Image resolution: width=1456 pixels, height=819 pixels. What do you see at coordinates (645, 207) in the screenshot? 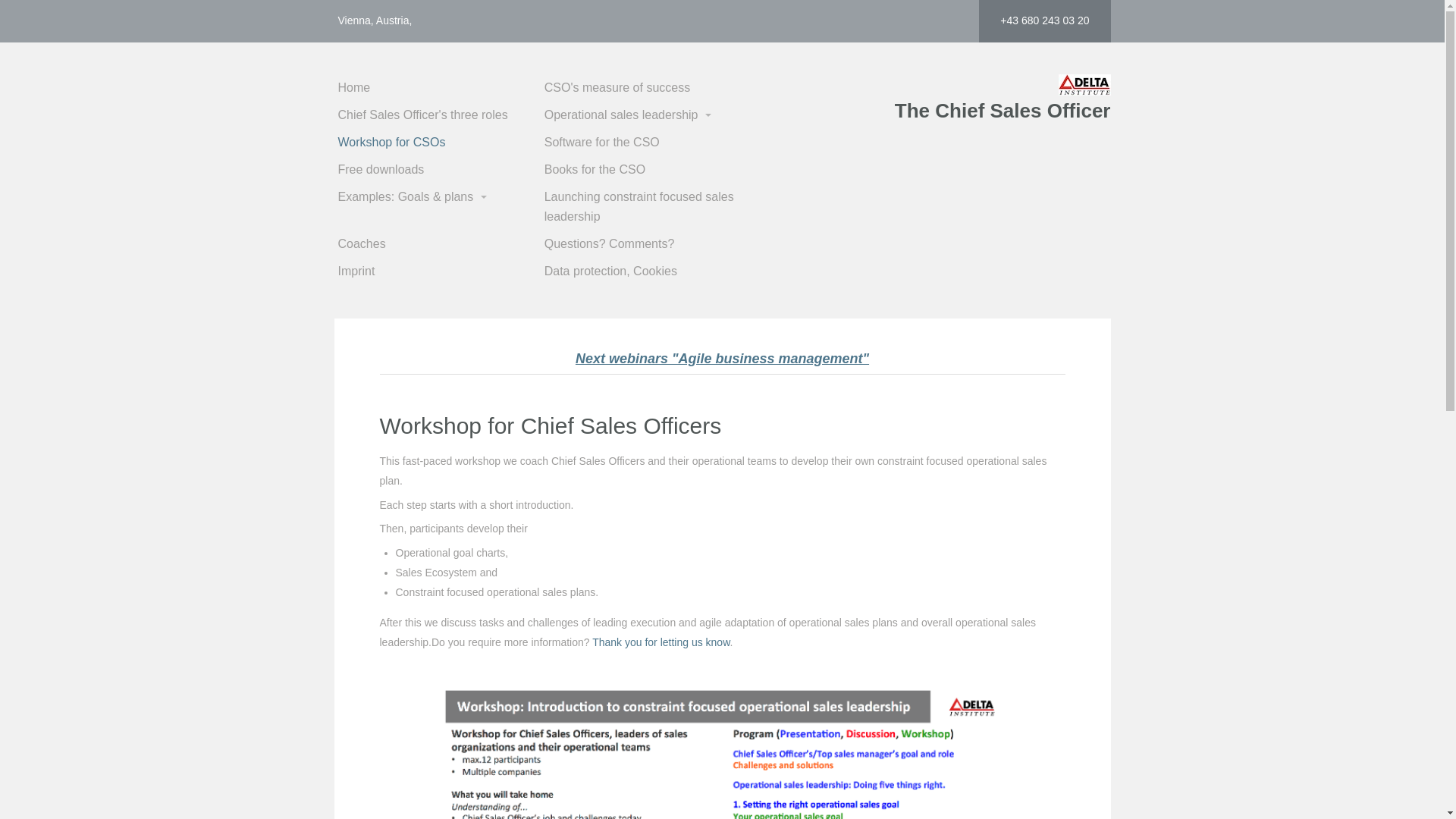
I see `'Launching constraint focused sales leadership'` at bounding box center [645, 207].